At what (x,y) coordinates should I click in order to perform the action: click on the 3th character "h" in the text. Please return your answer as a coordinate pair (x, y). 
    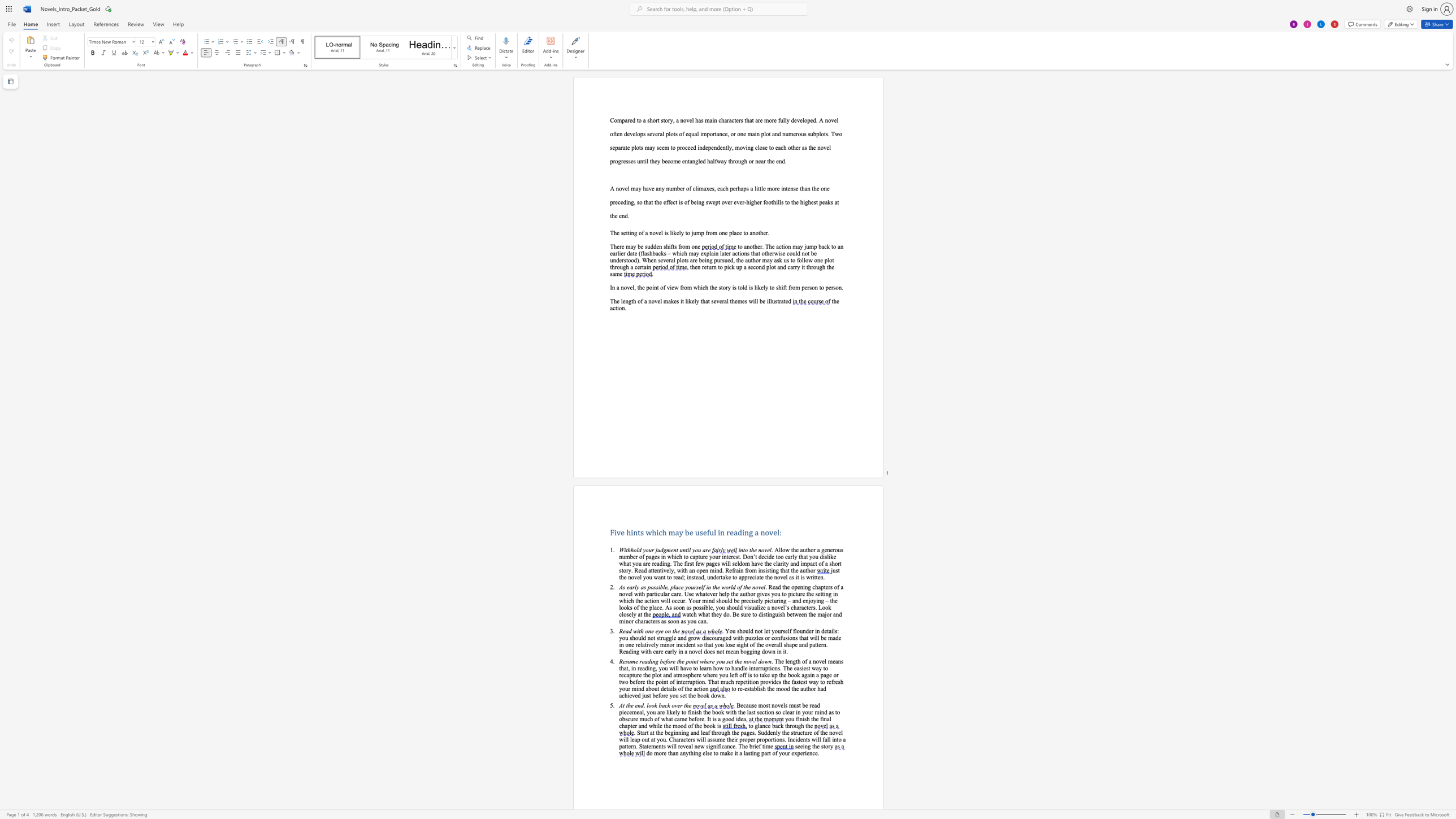
    Looking at the image, I should click on (643, 593).